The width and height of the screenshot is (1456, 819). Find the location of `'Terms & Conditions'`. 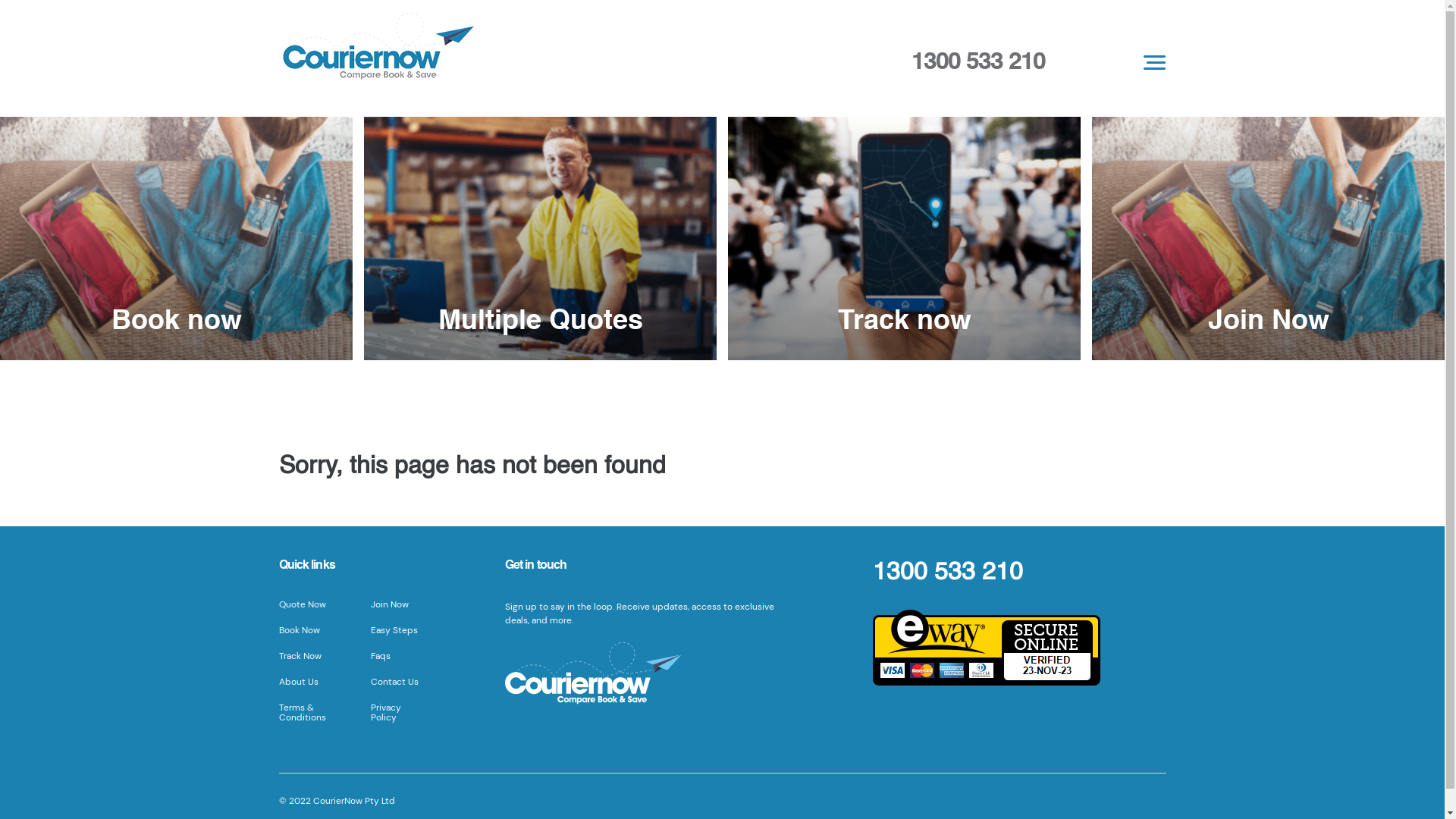

'Terms & Conditions' is located at coordinates (302, 713).